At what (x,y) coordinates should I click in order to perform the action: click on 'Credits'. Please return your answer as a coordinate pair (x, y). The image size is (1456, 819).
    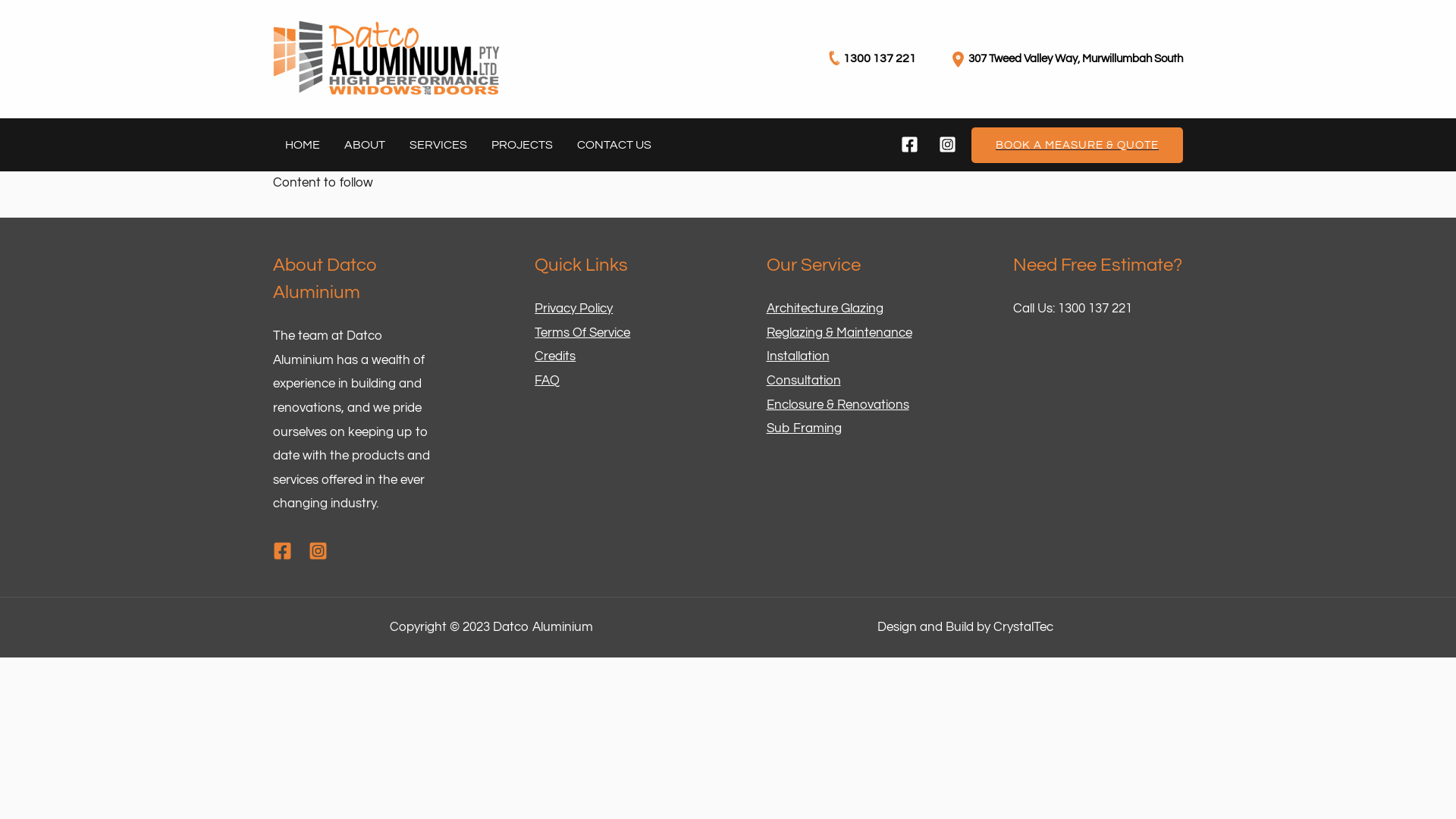
    Looking at the image, I should click on (554, 356).